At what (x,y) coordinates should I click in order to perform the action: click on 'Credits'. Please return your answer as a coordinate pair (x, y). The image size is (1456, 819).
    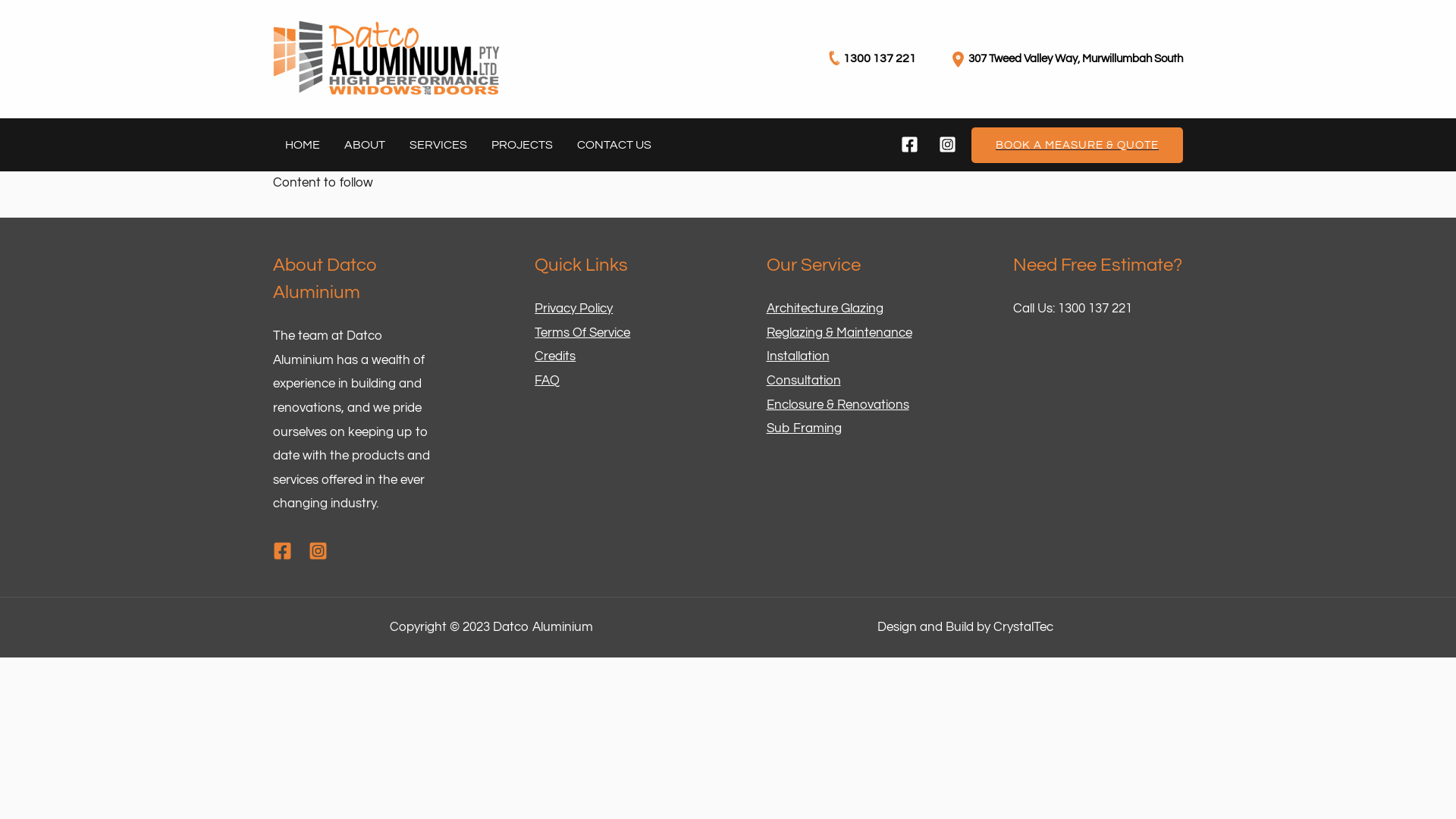
    Looking at the image, I should click on (554, 356).